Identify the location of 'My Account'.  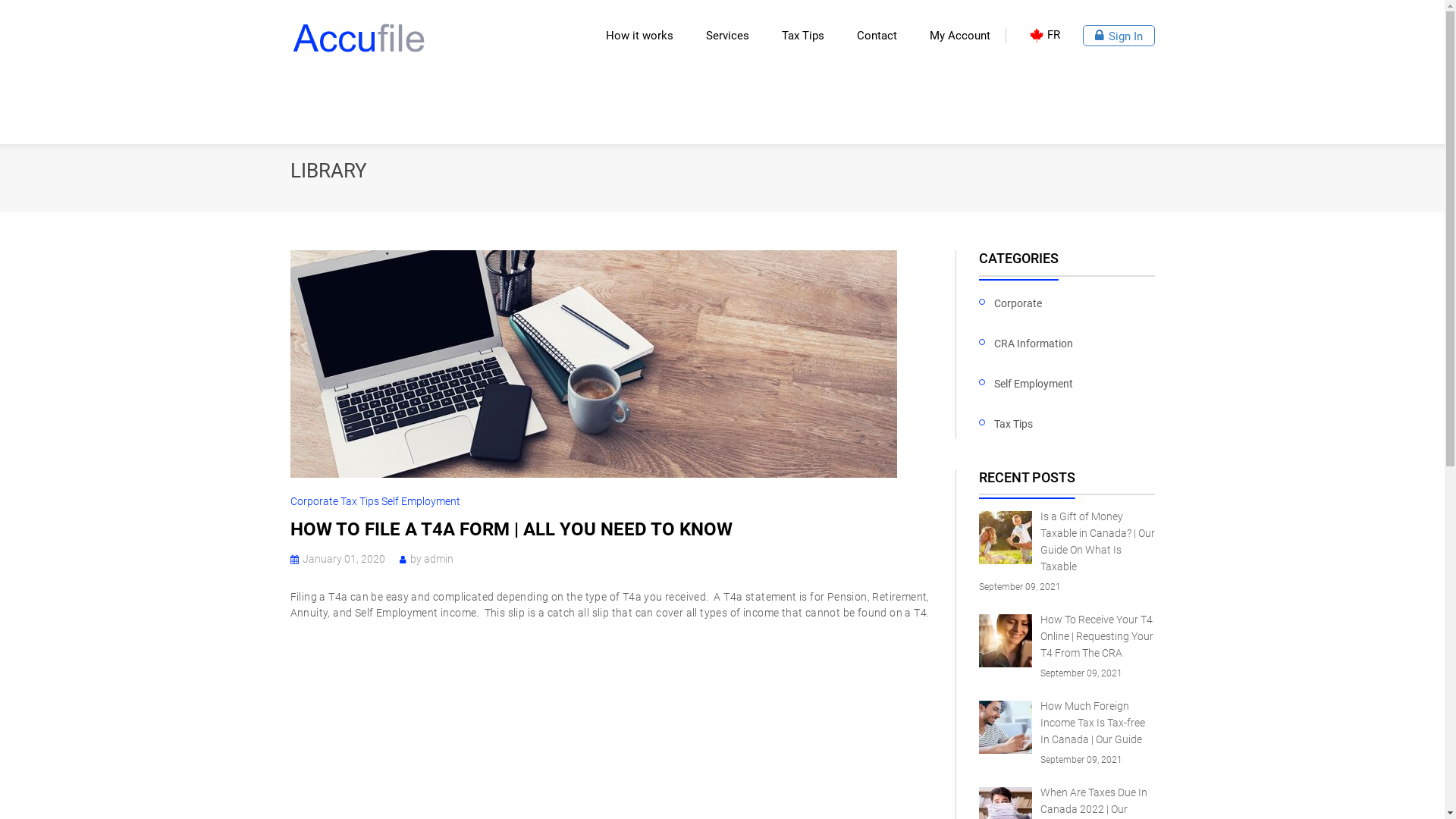
(928, 34).